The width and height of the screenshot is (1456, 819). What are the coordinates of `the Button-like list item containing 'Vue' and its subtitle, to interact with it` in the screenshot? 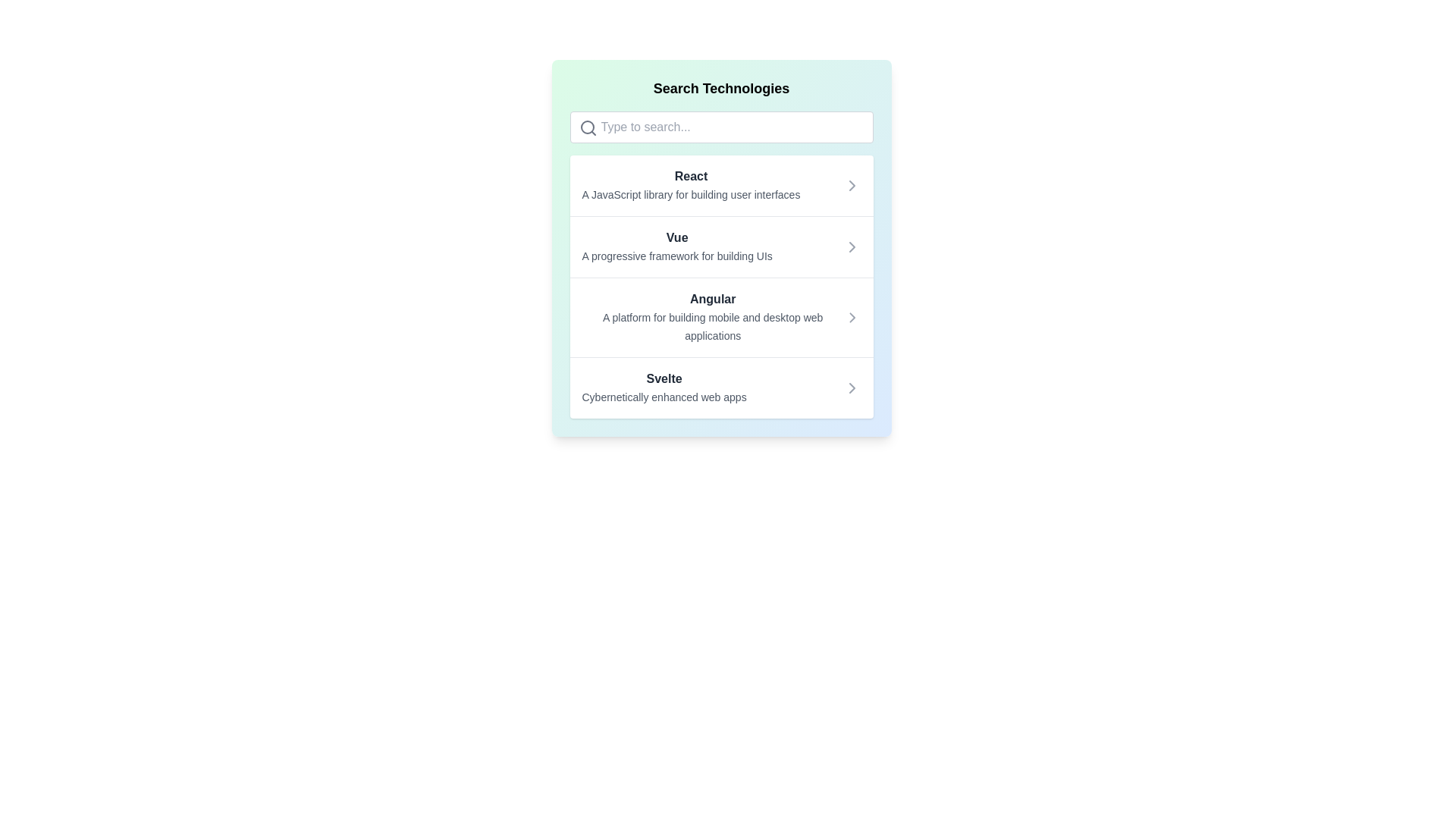 It's located at (720, 246).